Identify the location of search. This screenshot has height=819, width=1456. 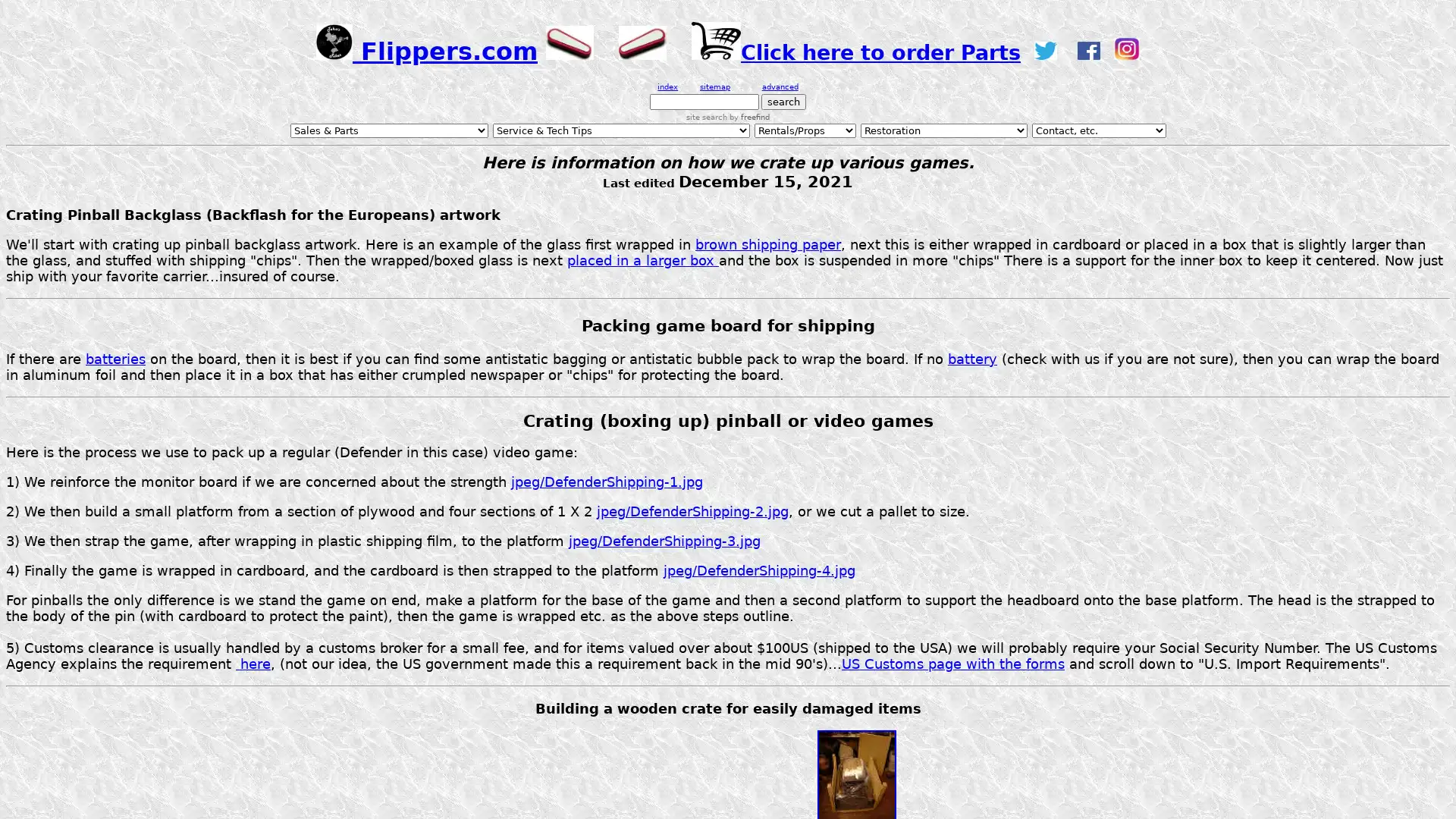
(783, 102).